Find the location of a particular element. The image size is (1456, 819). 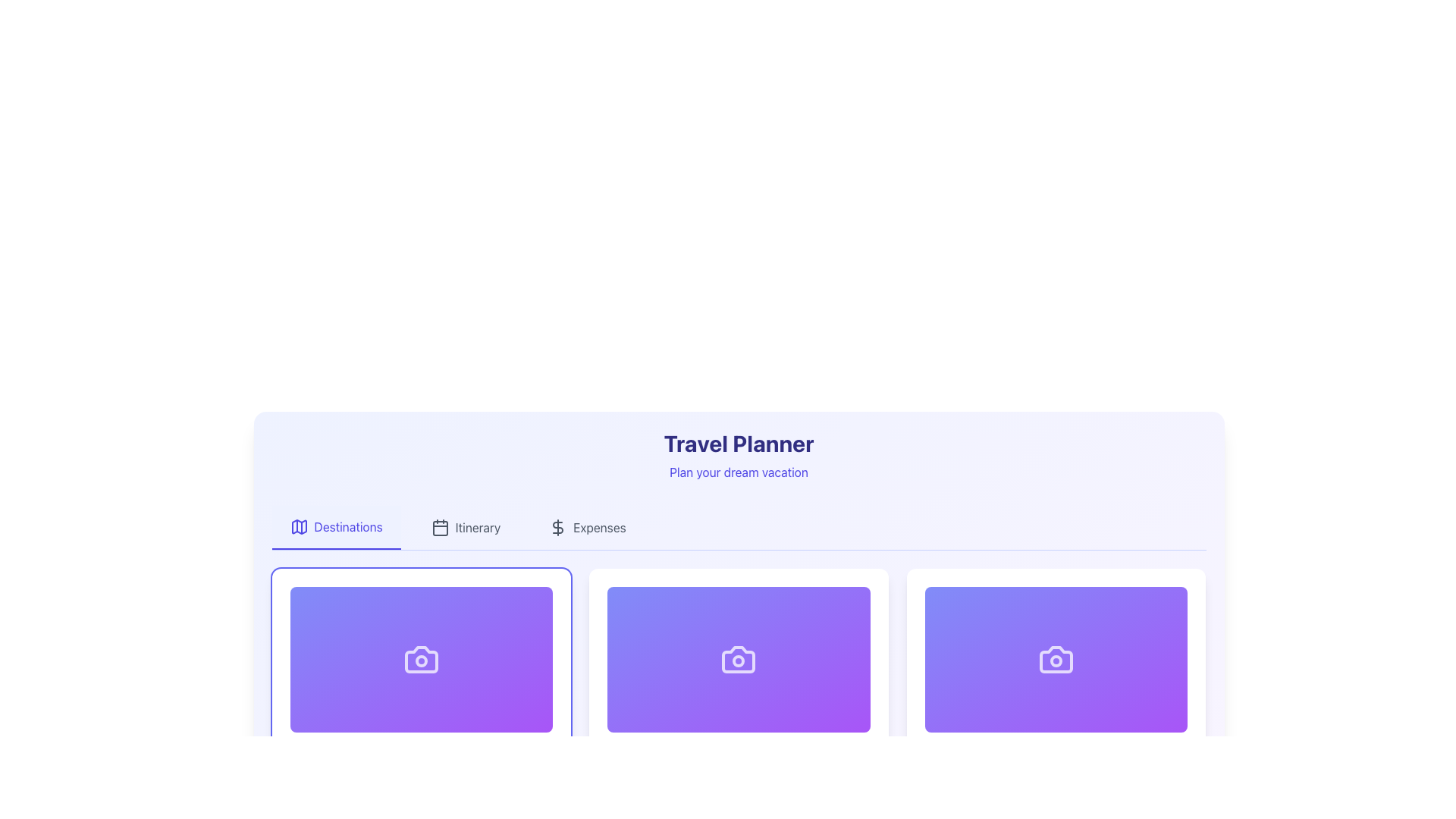

the small circle with a light stroke located within the central area of the camera icon is located at coordinates (1056, 660).